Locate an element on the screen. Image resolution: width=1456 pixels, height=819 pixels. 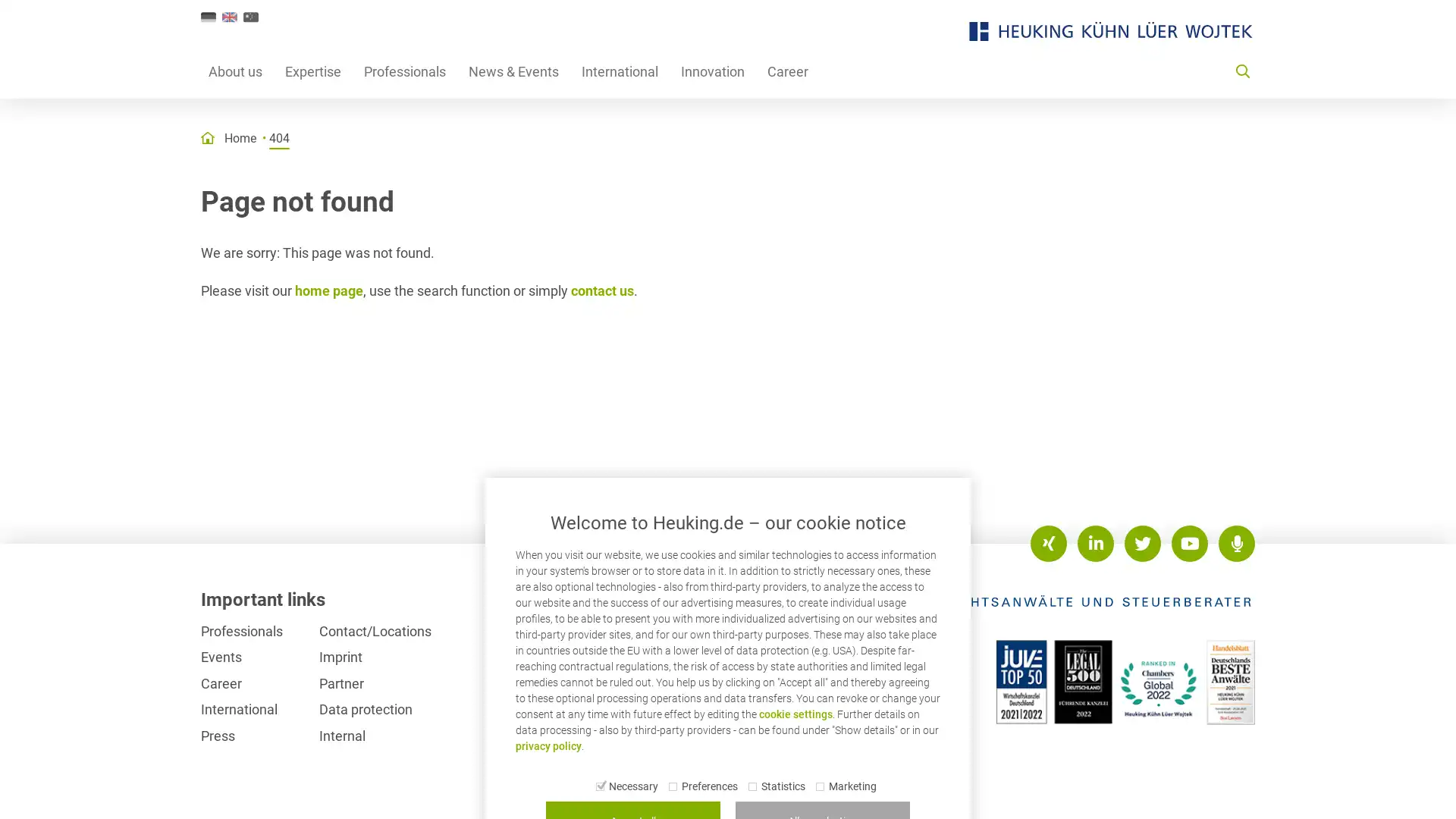
Podcasts is located at coordinates (1237, 542).